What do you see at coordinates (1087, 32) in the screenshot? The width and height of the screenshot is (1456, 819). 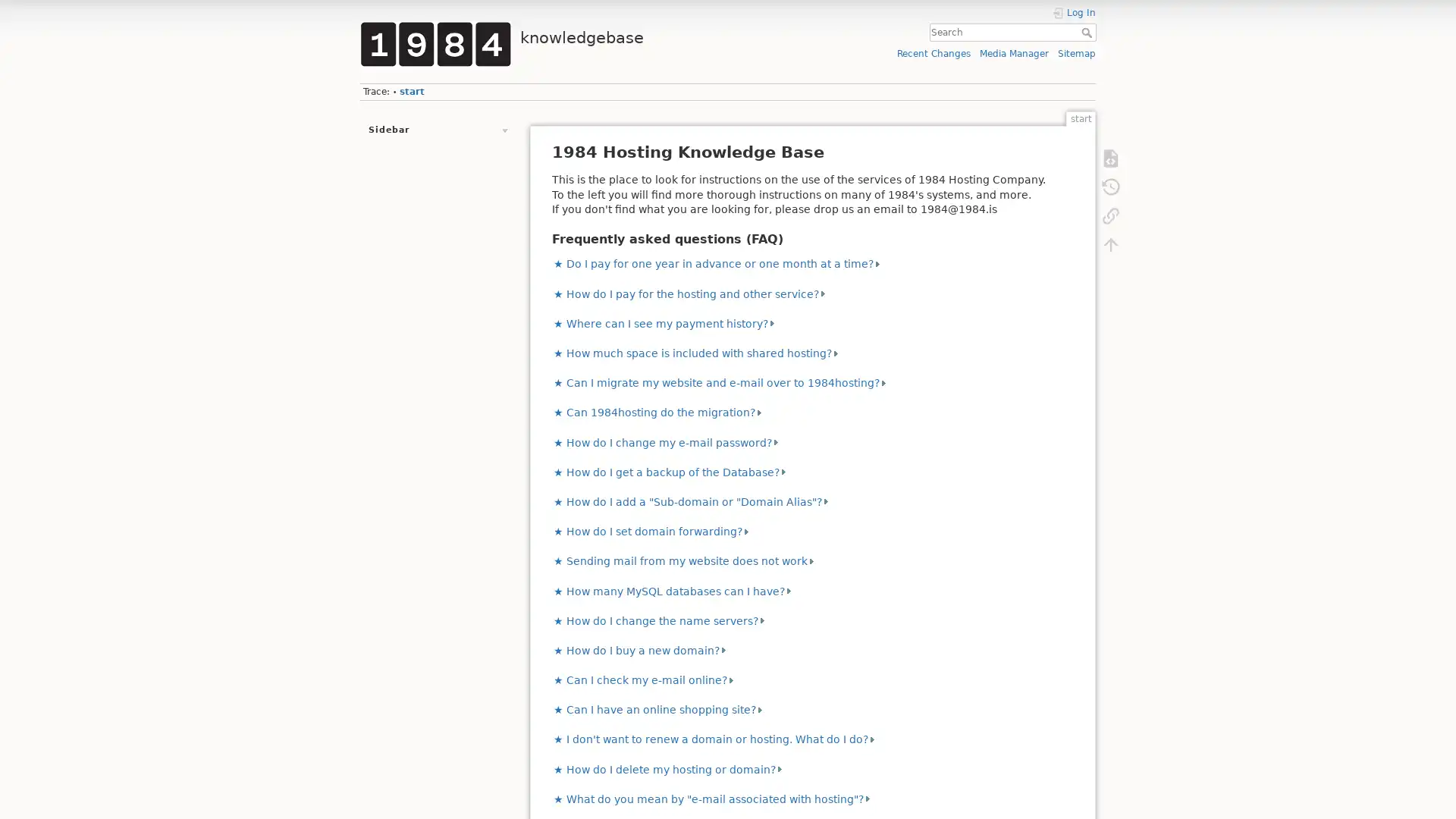 I see `Search` at bounding box center [1087, 32].